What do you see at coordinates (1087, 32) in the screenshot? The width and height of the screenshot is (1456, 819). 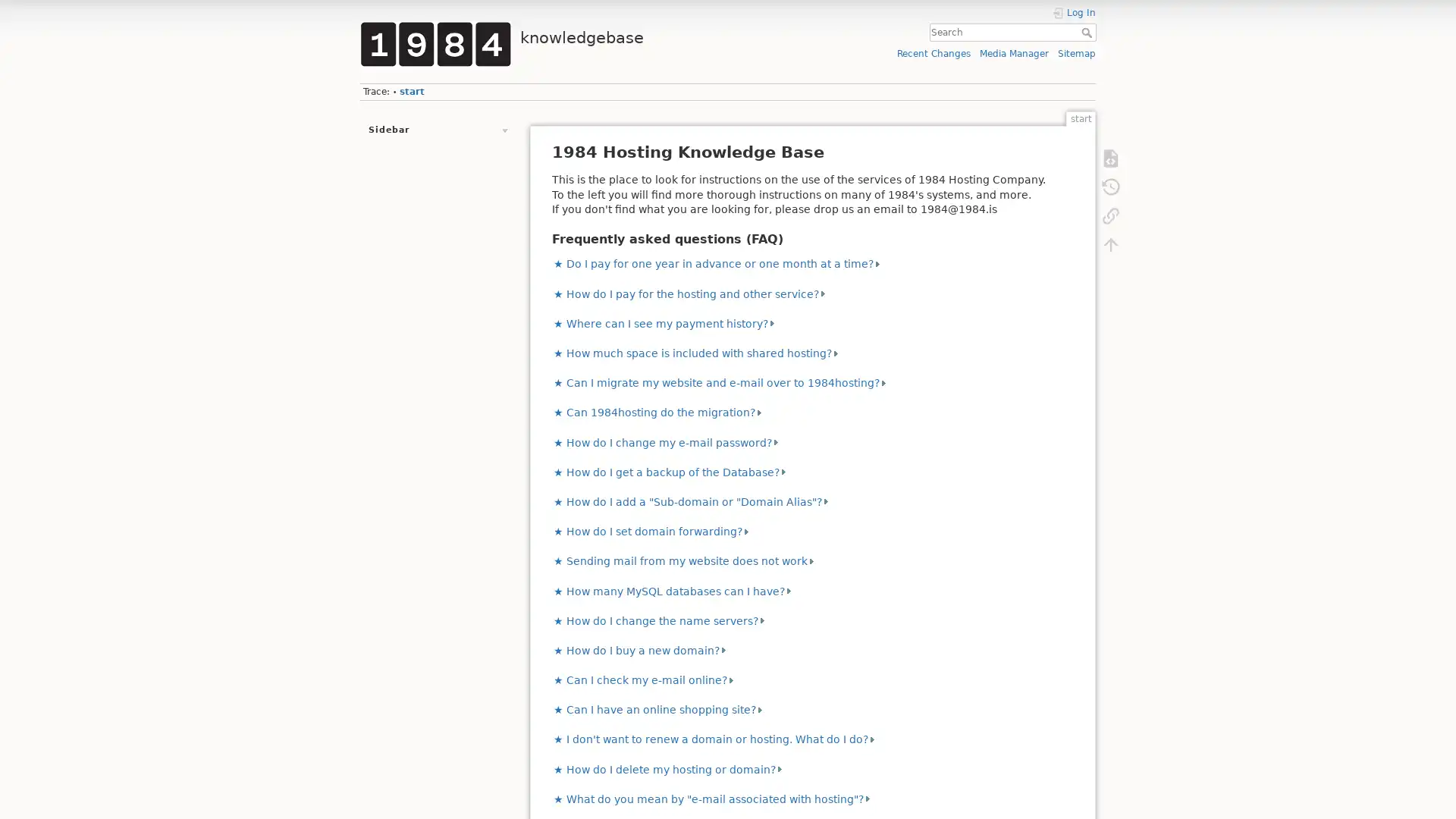 I see `Search` at bounding box center [1087, 32].